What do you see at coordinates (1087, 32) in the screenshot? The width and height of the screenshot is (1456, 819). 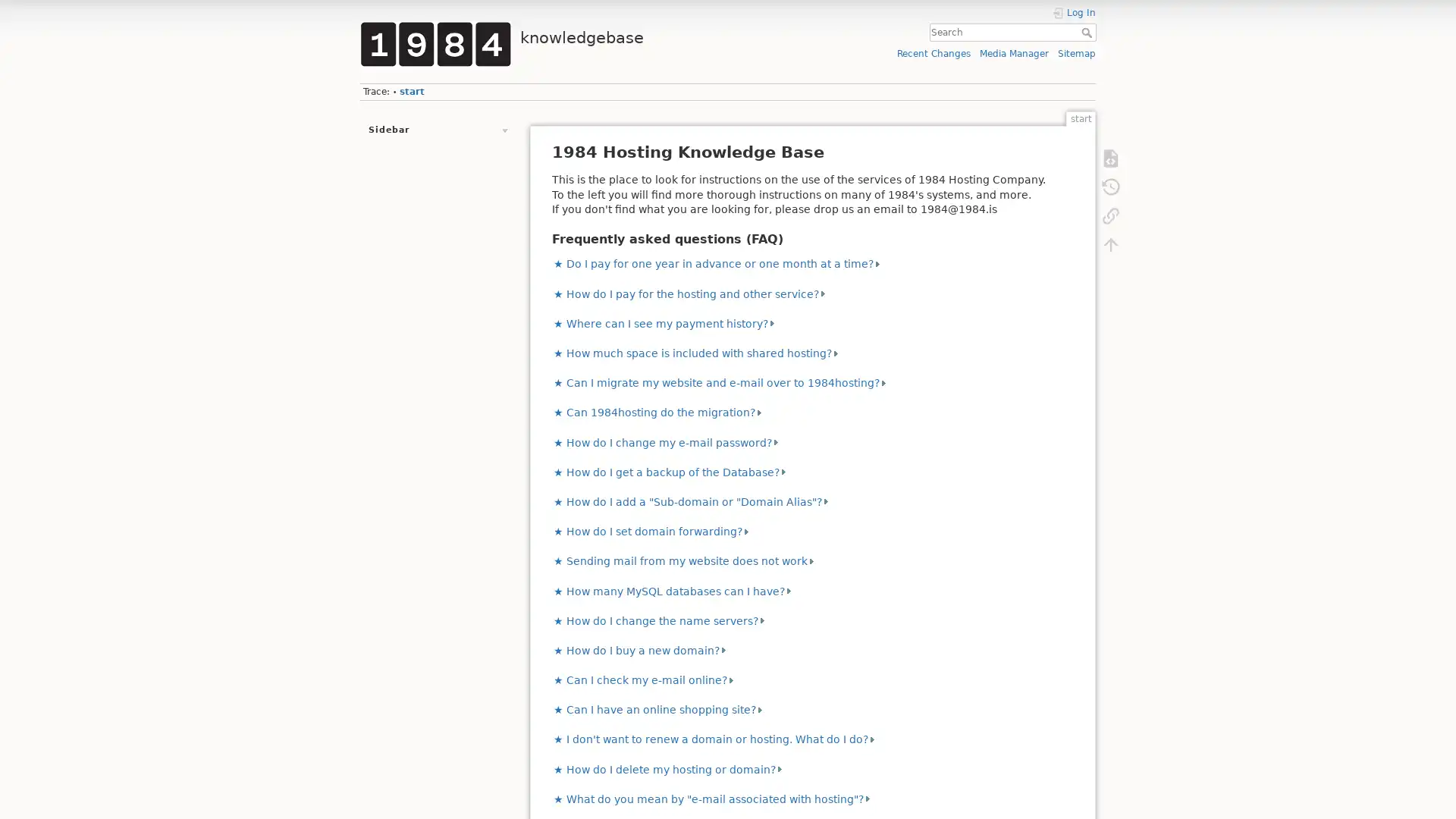 I see `Search` at bounding box center [1087, 32].